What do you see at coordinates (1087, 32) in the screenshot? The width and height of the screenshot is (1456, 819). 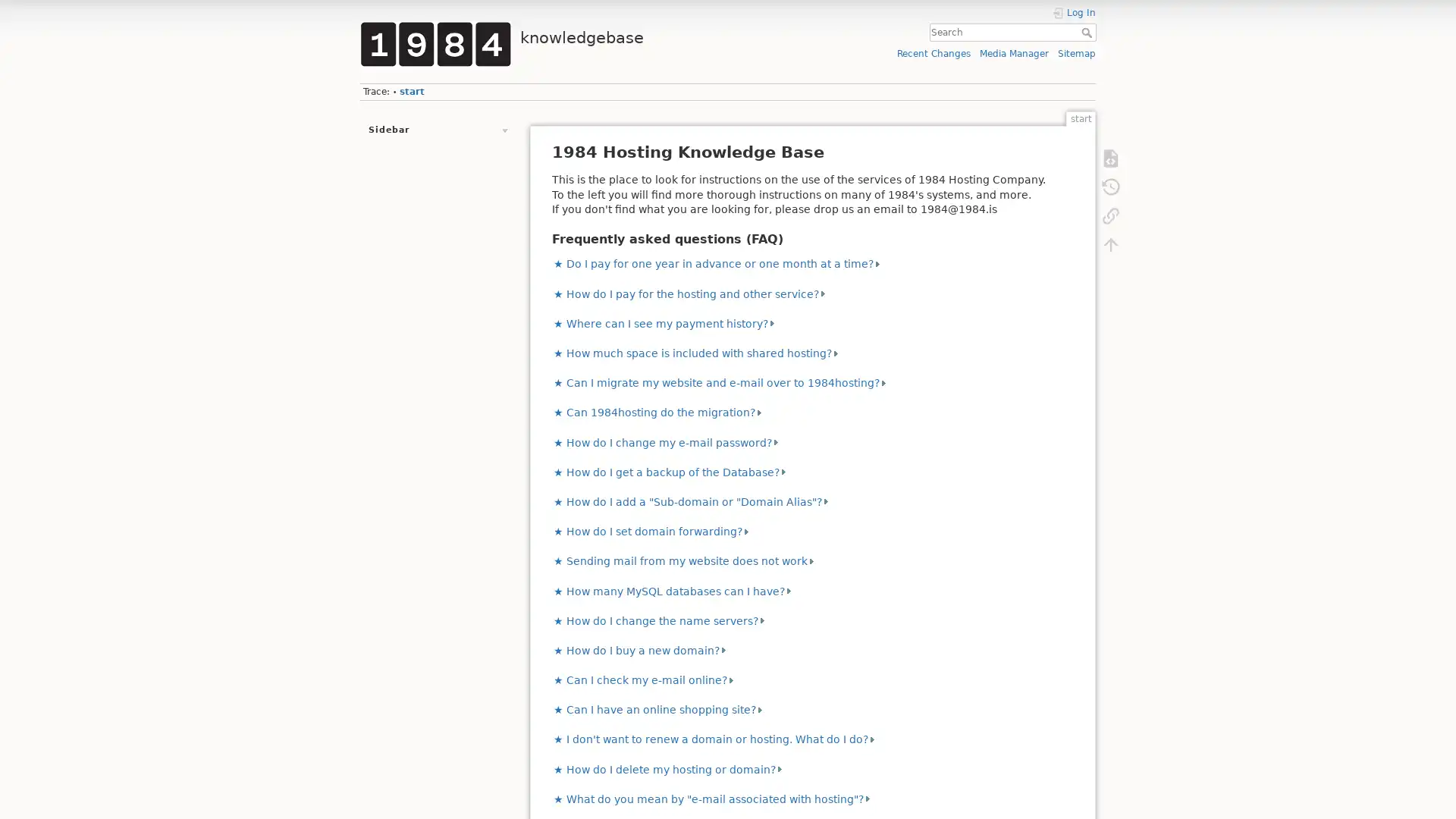 I see `Search` at bounding box center [1087, 32].